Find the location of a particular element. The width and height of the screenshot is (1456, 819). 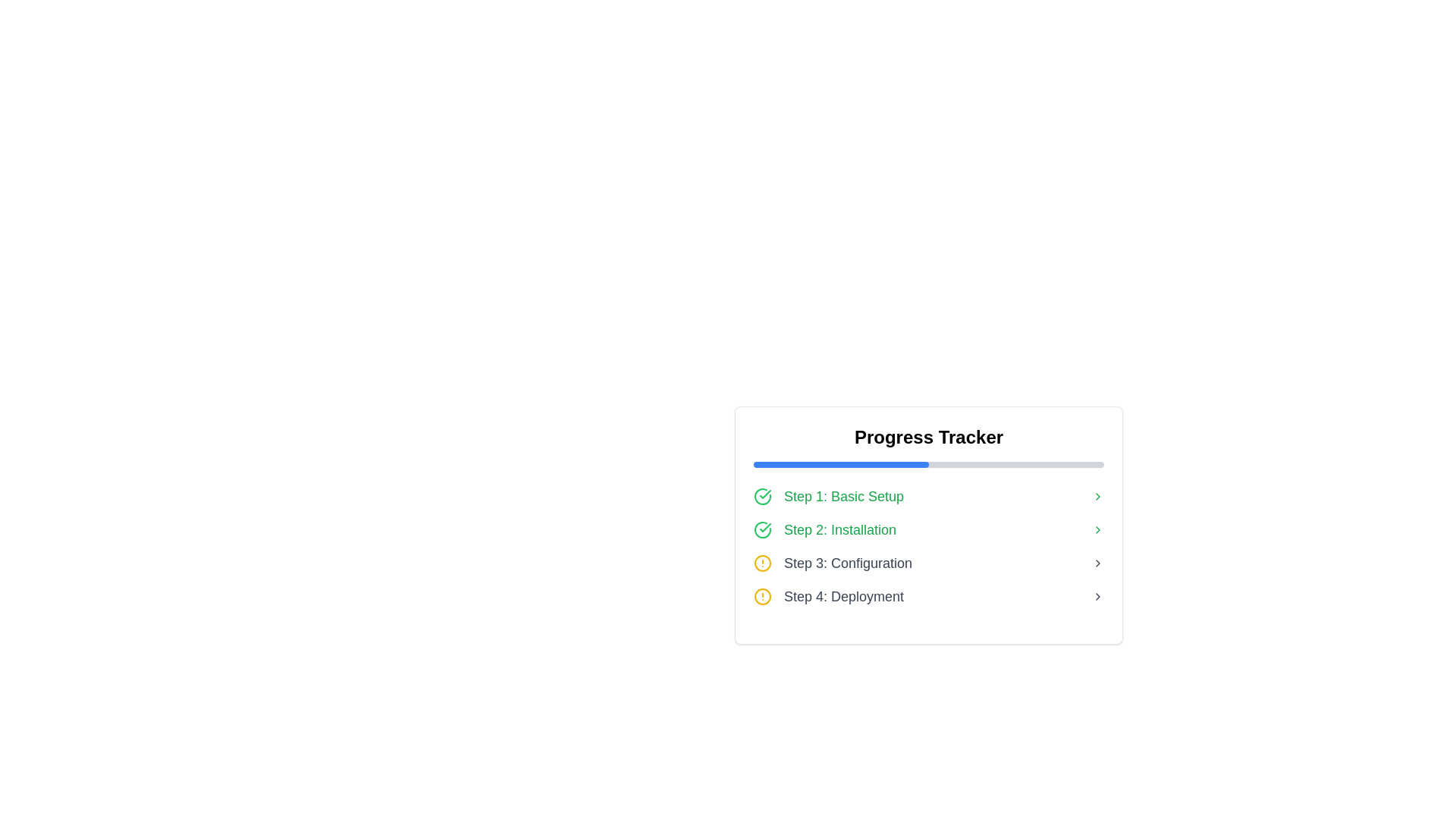

the arrow icon located at the far right of the 'Step 1: Basic Setup' list item in the 'Progress Tracker' section is located at coordinates (1098, 497).